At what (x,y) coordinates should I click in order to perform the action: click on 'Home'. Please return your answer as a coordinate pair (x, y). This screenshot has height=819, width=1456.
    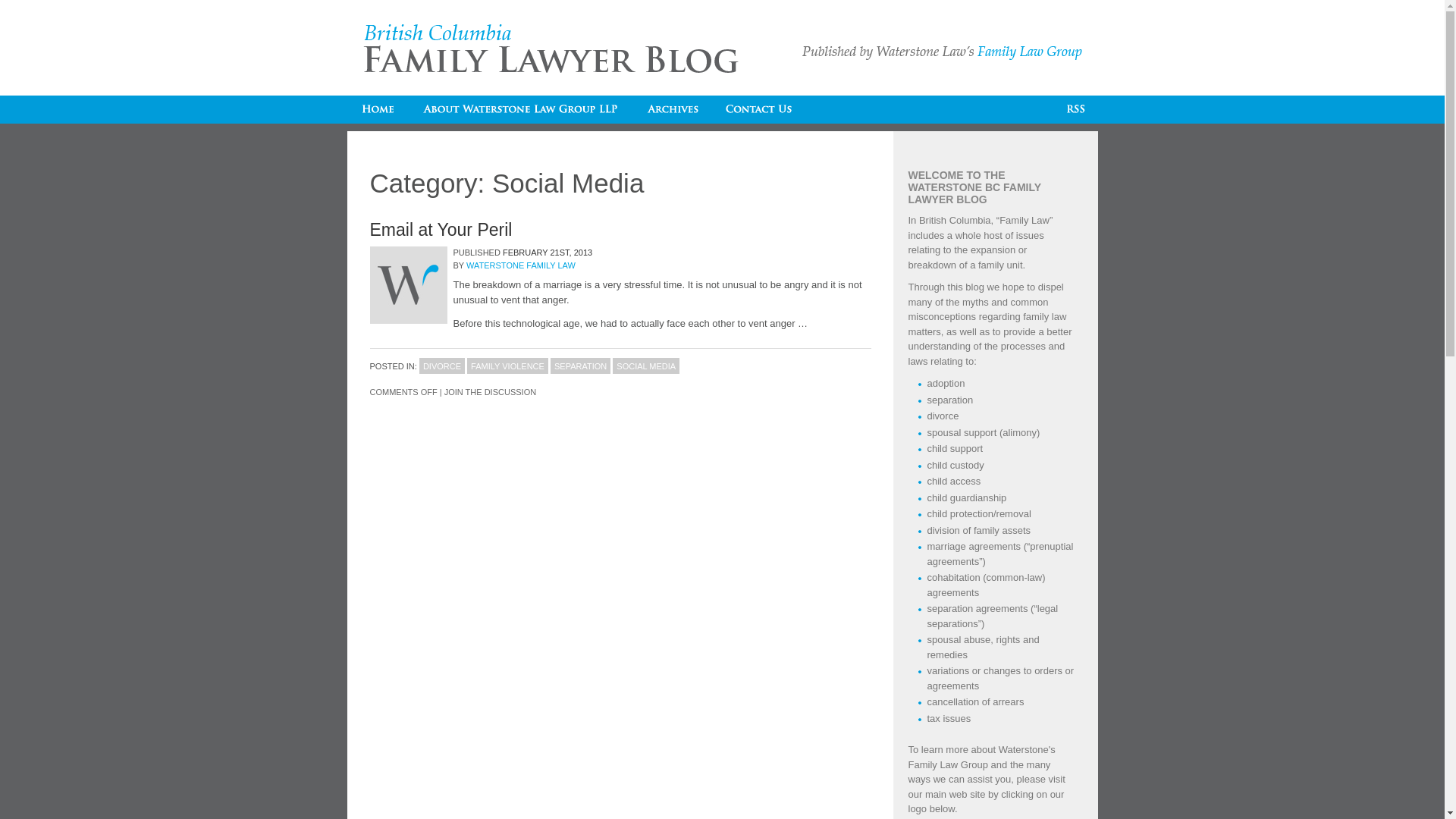
    Looking at the image, I should click on (378, 108).